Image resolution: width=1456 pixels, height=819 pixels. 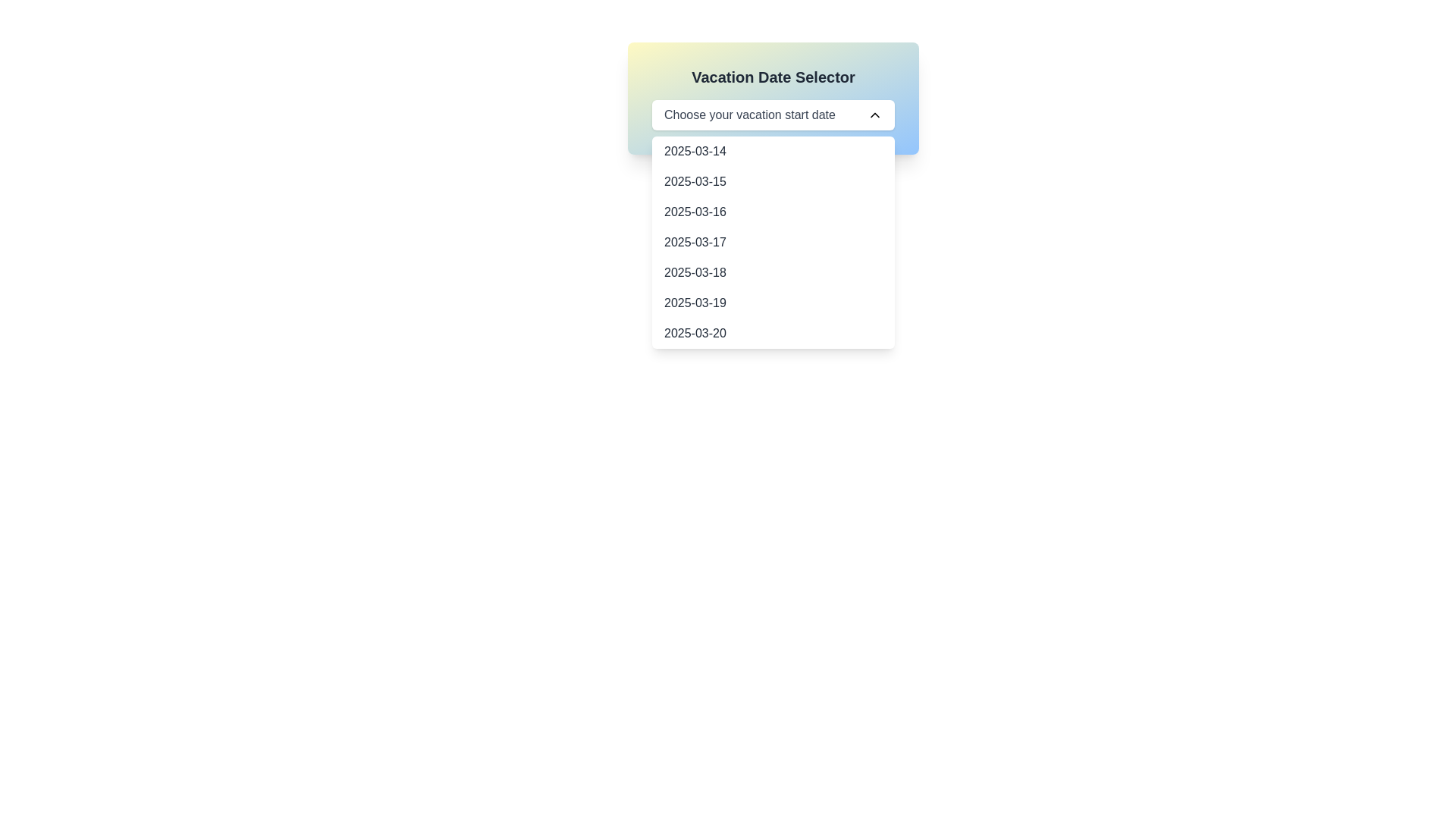 I want to click on the dropdown option displaying '2025-03-15', so click(x=694, y=180).